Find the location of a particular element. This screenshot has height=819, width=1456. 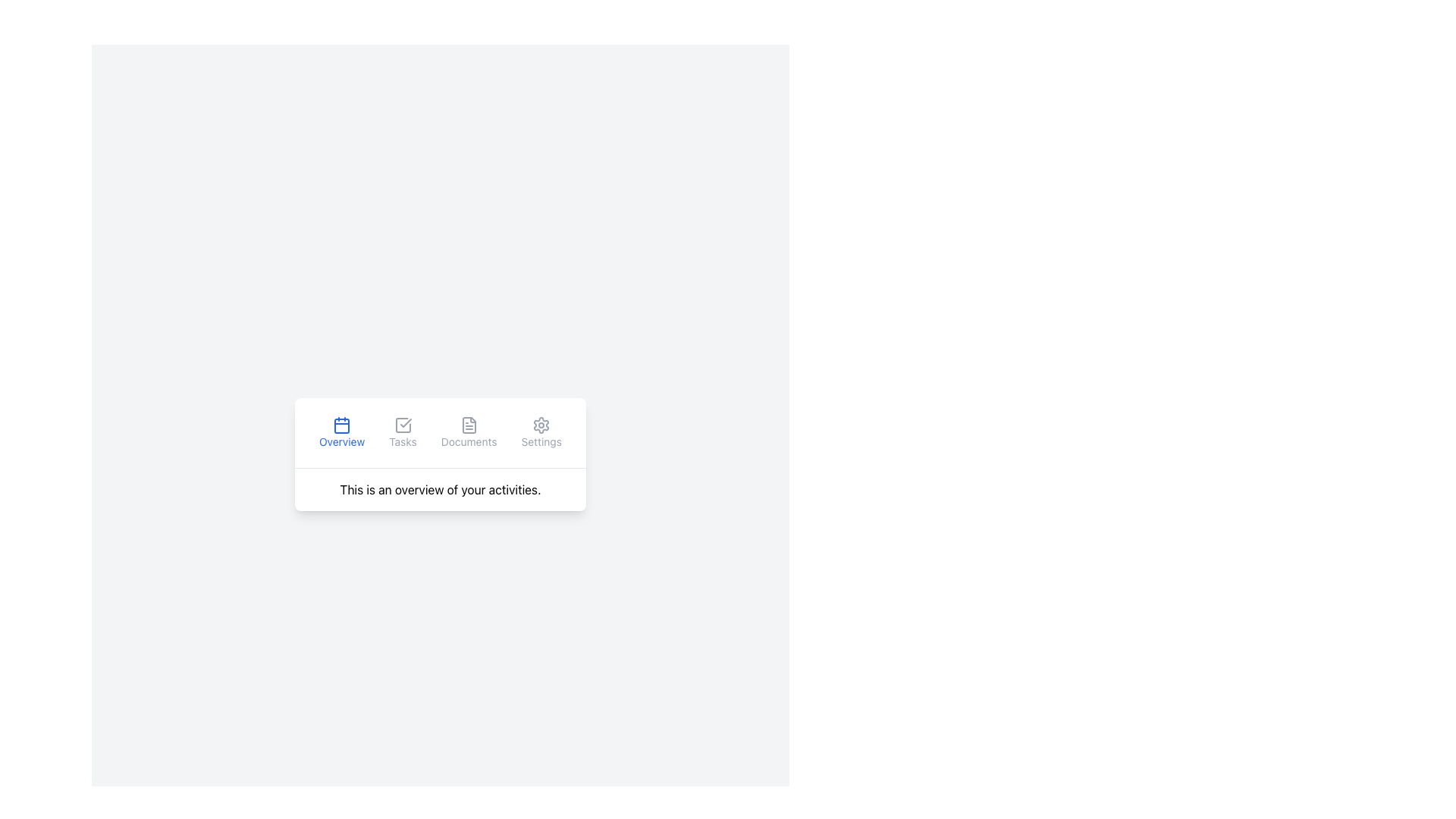

the 'Documents' icon in the bottom-centered navigation panel by clicking on it is located at coordinates (468, 425).